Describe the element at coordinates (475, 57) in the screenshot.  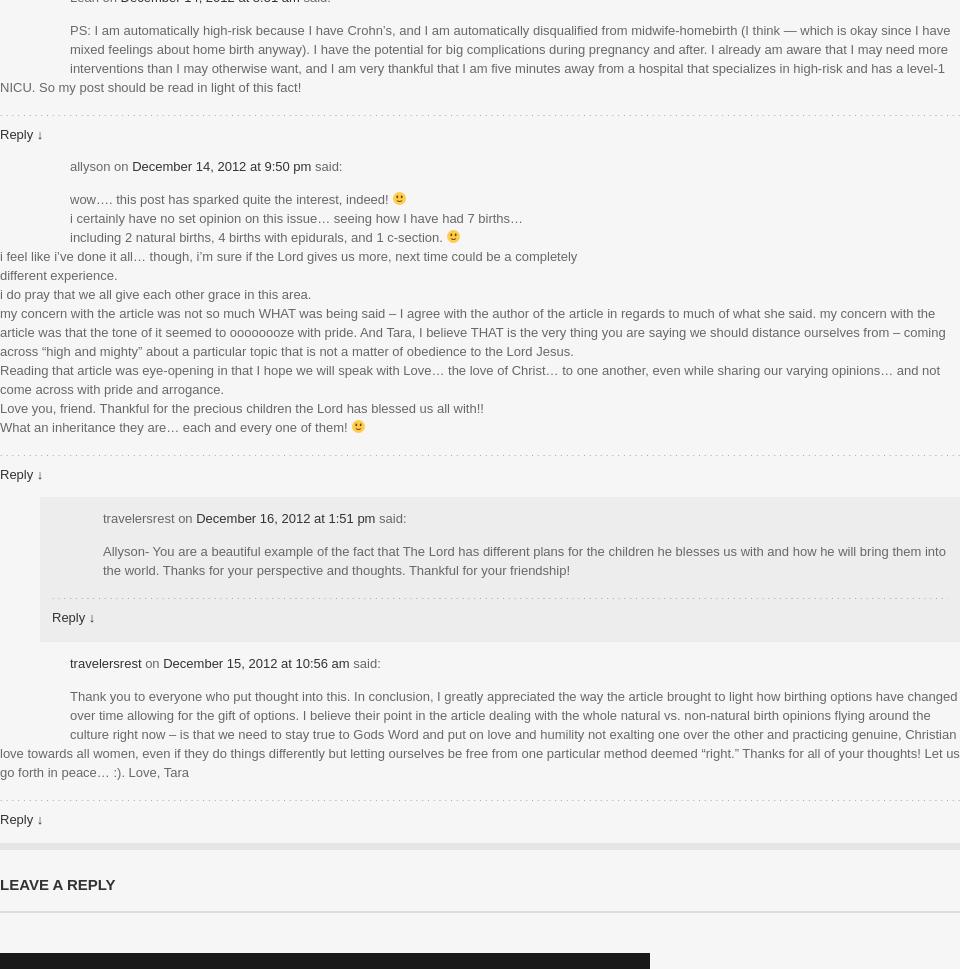
I see `'PS: I am automatically high-risk because I have Crohn’s, and I am automatically disqualified from midwife-homebirth (I think — which is okay since I have mixed feelings about home birth anyway). I have the potential for big complications during pregnancy and after. I already am aware that I may need more interventions than I may otherwise want, and I am very thankful that I am five minutes away from a hospital that specializes in high-risk and has a level-1 NICU. So my post should be read in light of this fact!'` at that location.